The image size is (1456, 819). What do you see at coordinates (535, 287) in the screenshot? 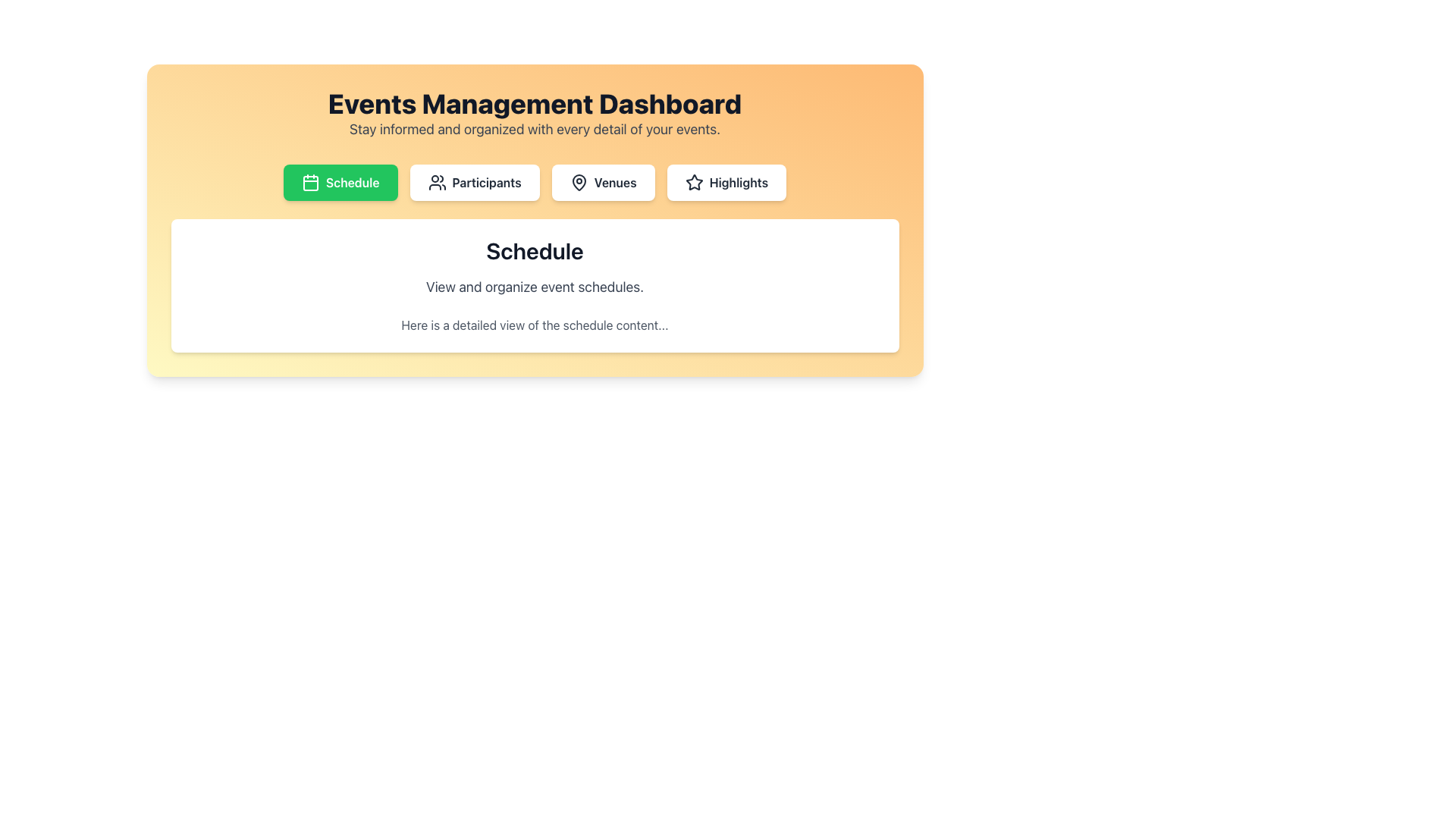
I see `the text label that provides additional context about the 'Schedule' section, which is situated within a rectangle with a white background, rounded corners, and a shadow effect, located between the larger text 'Schedule' and the smaller text below` at bounding box center [535, 287].